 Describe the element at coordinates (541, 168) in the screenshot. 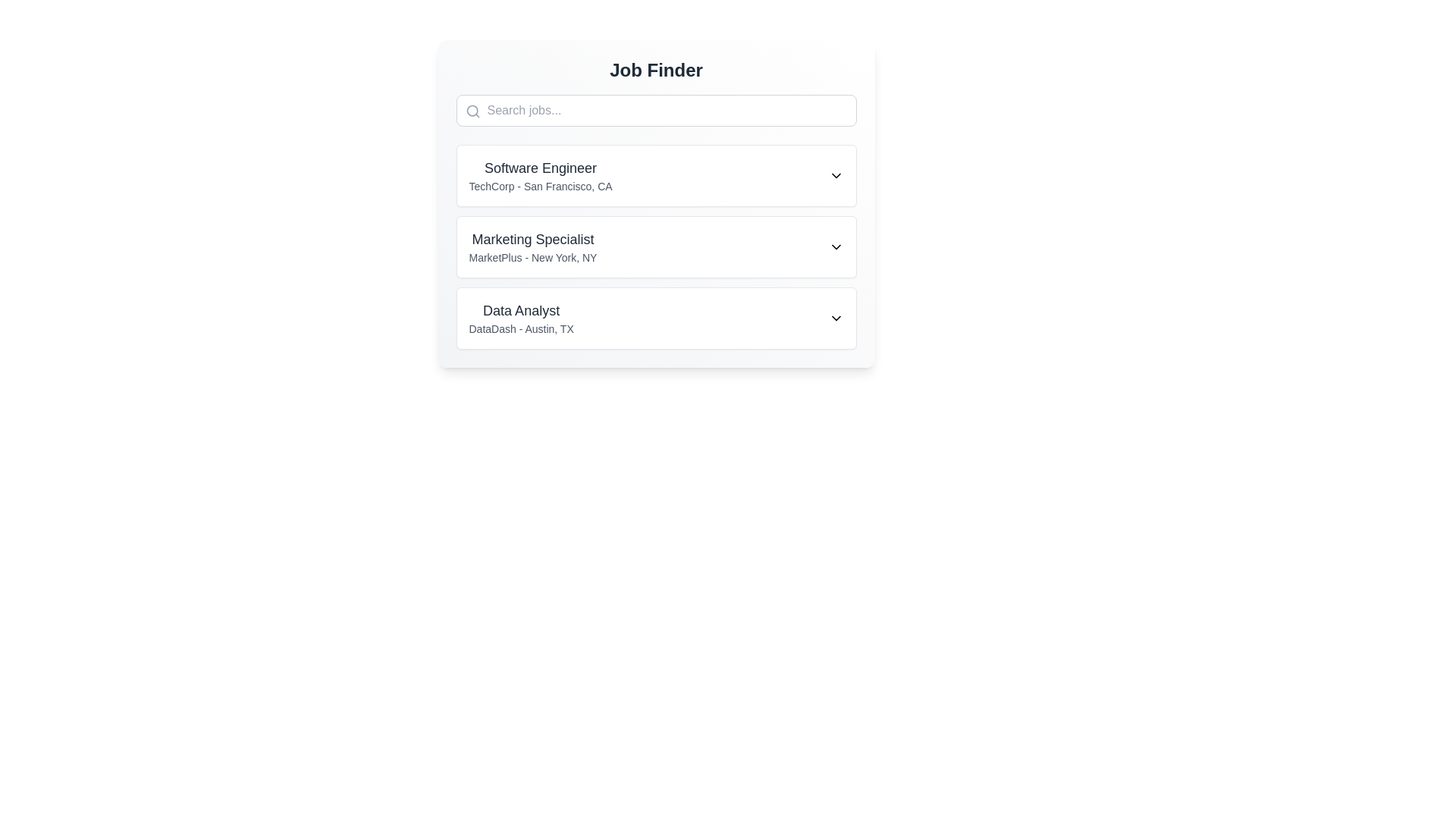

I see `the static text element that identifies the job position 'Software Engineer' in the job postings list under the 'Job Finder' header` at that location.